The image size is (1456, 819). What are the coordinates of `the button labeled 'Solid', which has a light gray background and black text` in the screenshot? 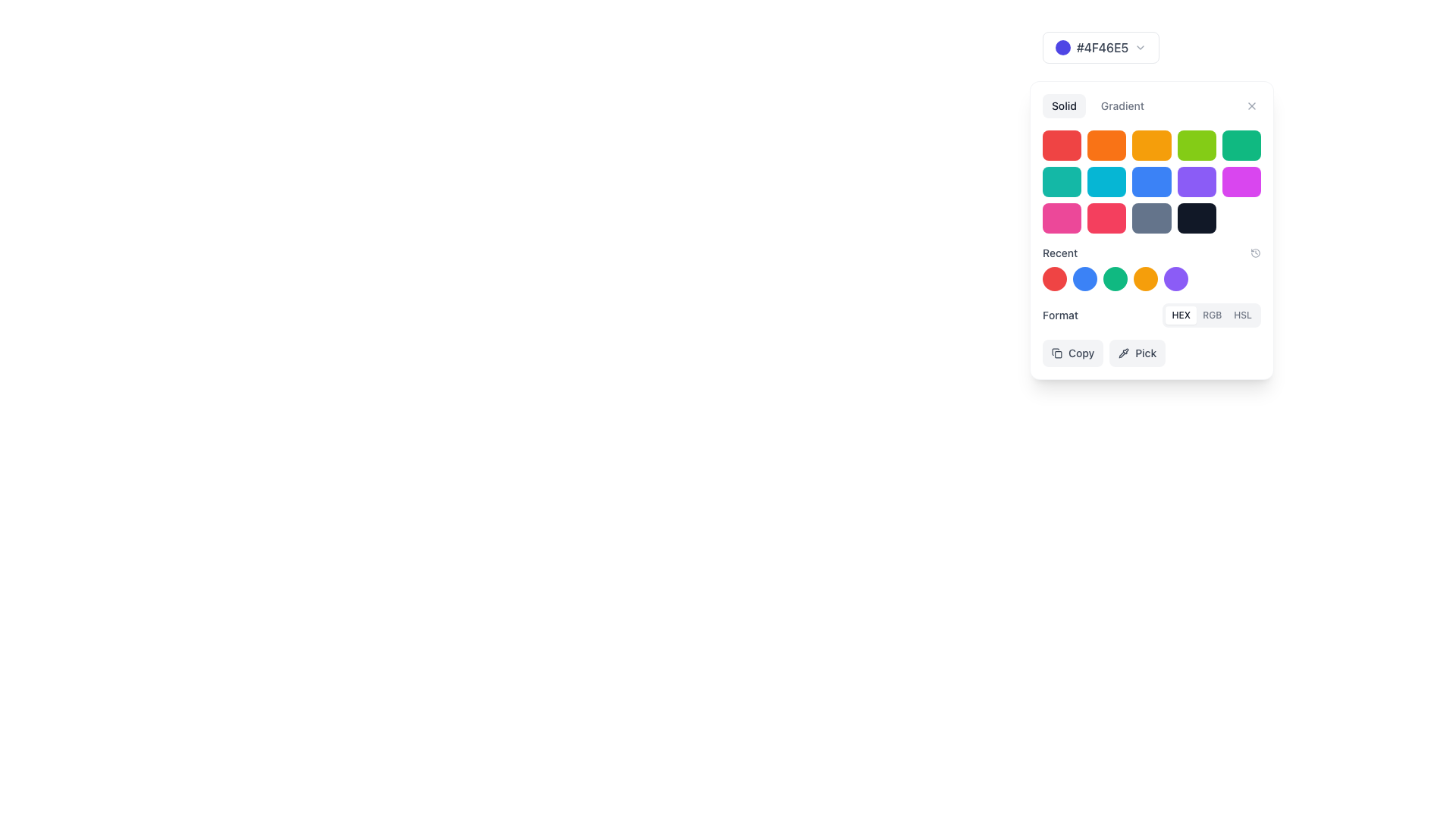 It's located at (1063, 105).